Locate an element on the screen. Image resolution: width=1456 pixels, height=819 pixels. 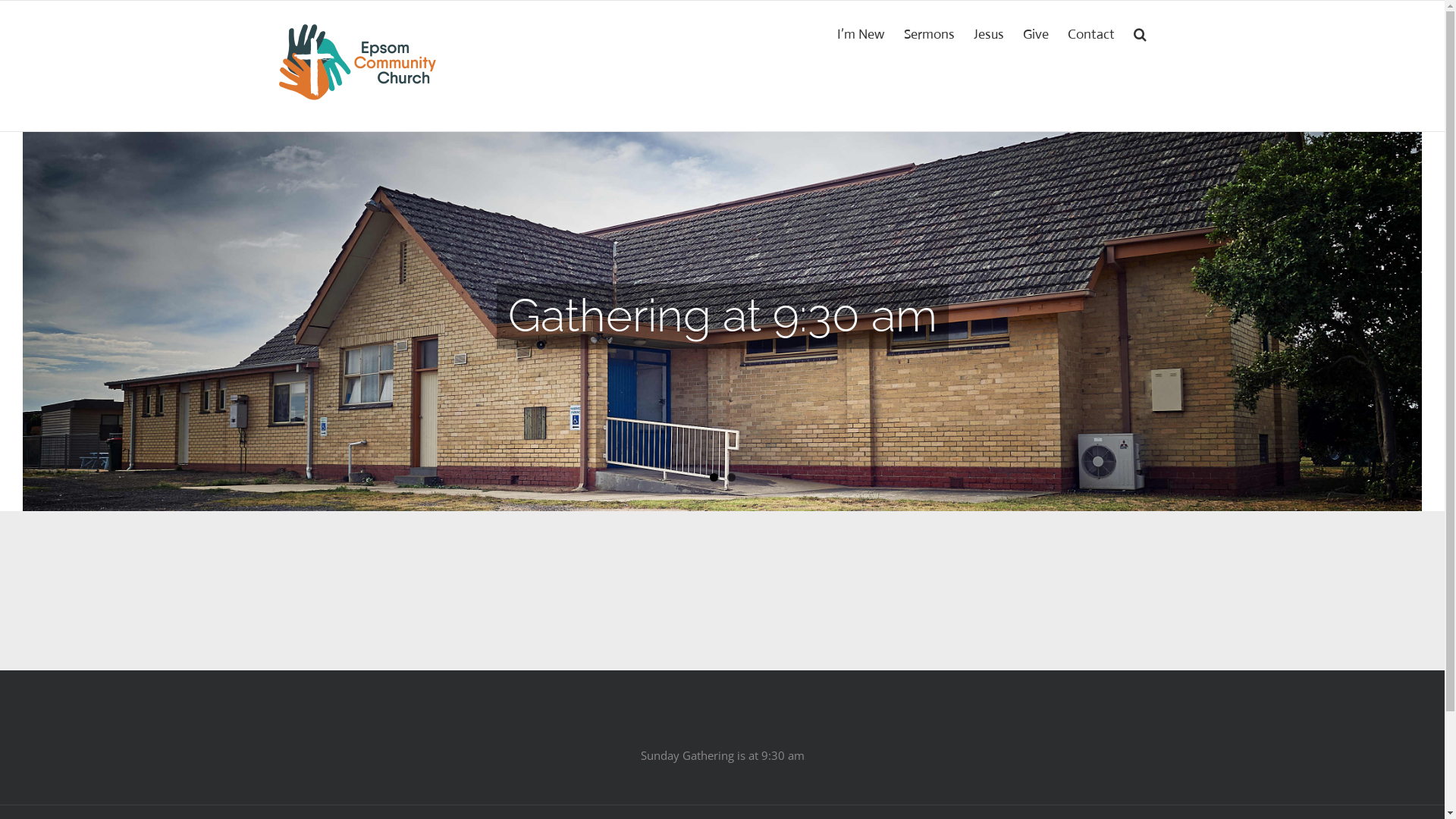
'Jesus' is located at coordinates (989, 32).